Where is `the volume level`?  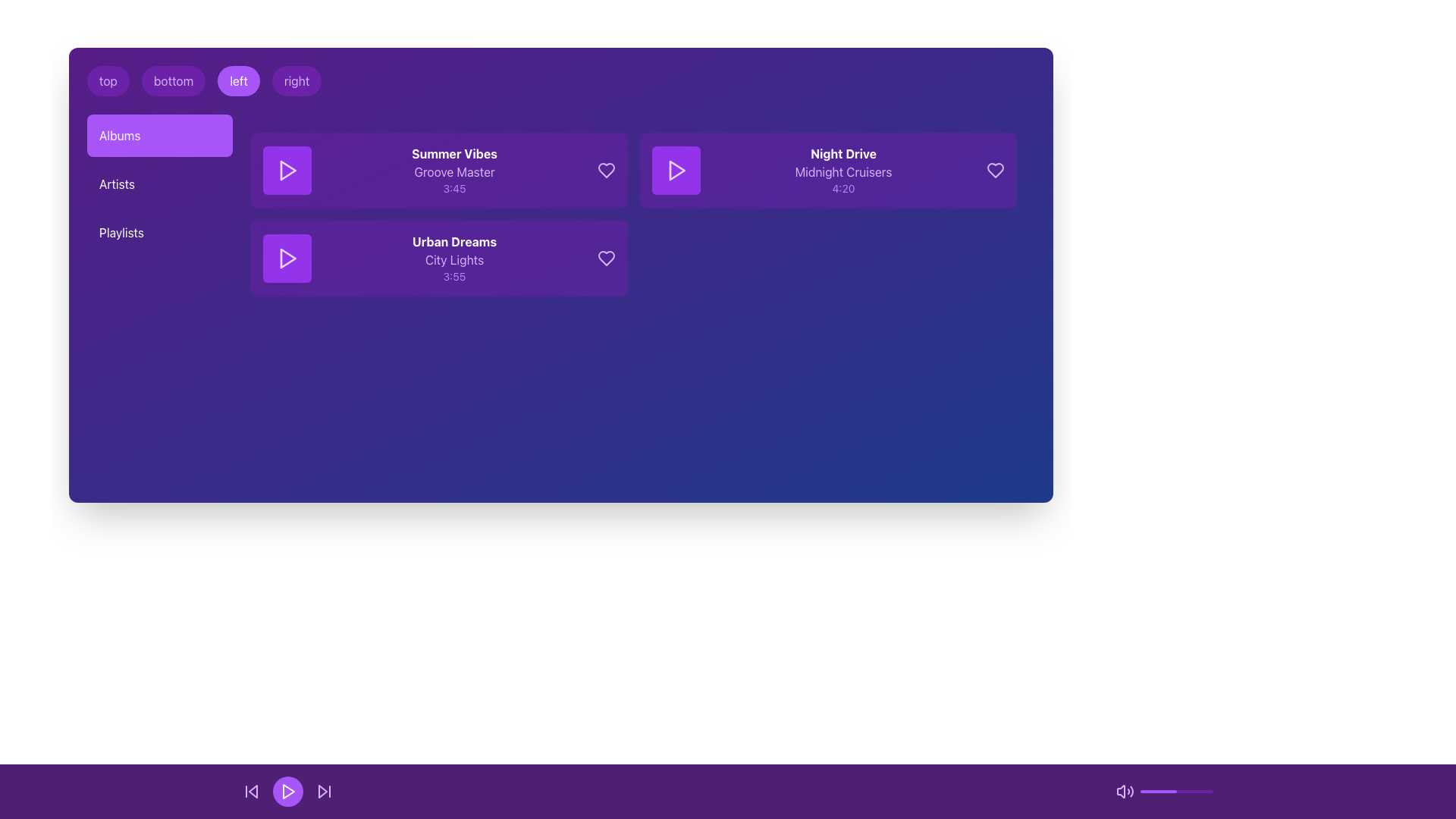 the volume level is located at coordinates (1156, 791).